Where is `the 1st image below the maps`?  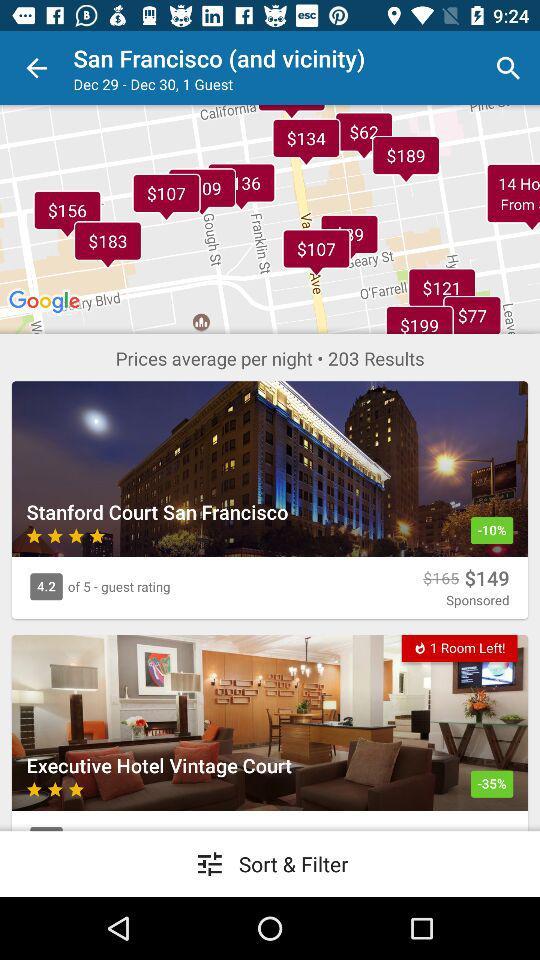
the 1st image below the maps is located at coordinates (270, 468).